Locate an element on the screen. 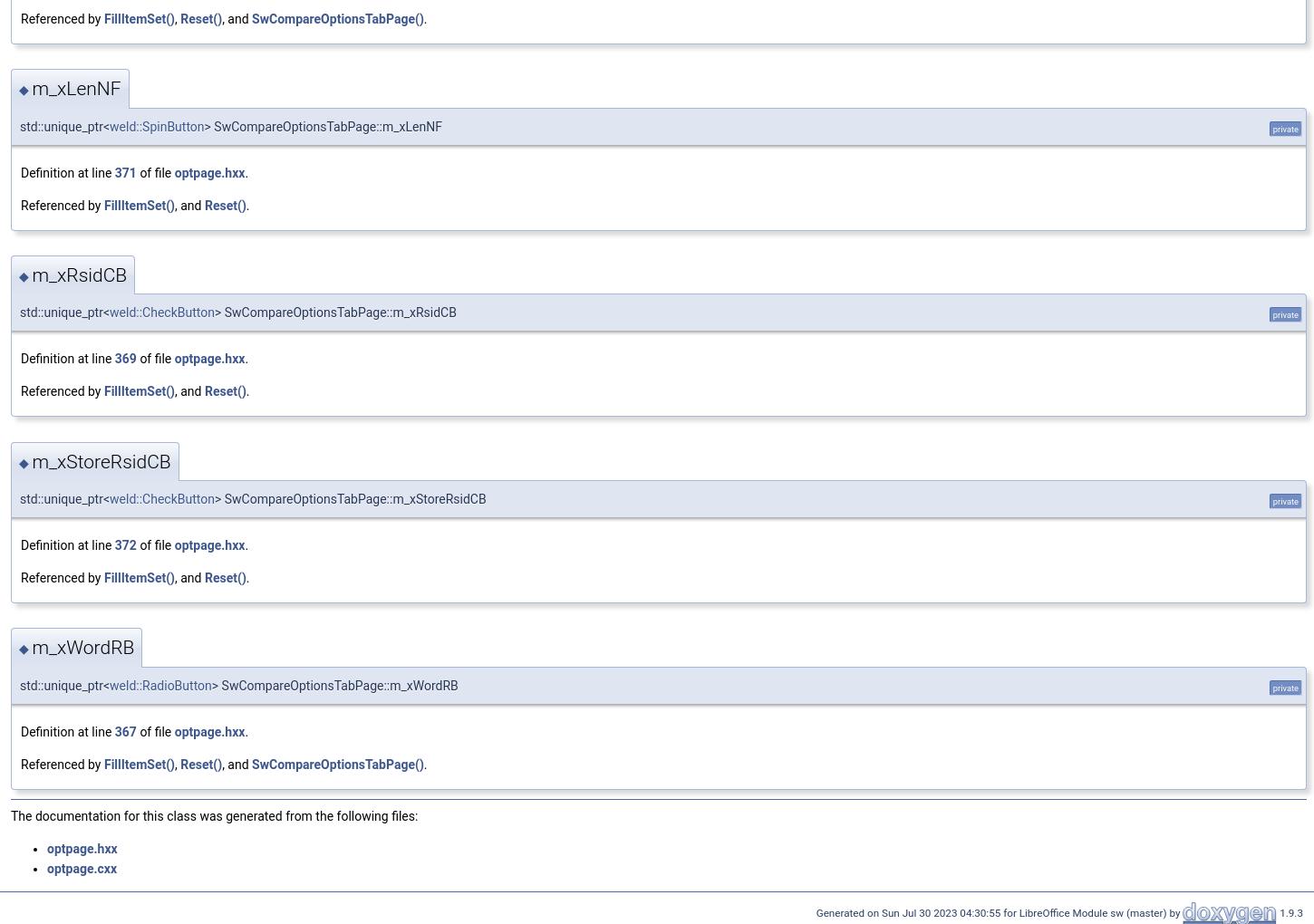  '> SwCompareOptionsTabPage::m_xLenNF' is located at coordinates (322, 126).